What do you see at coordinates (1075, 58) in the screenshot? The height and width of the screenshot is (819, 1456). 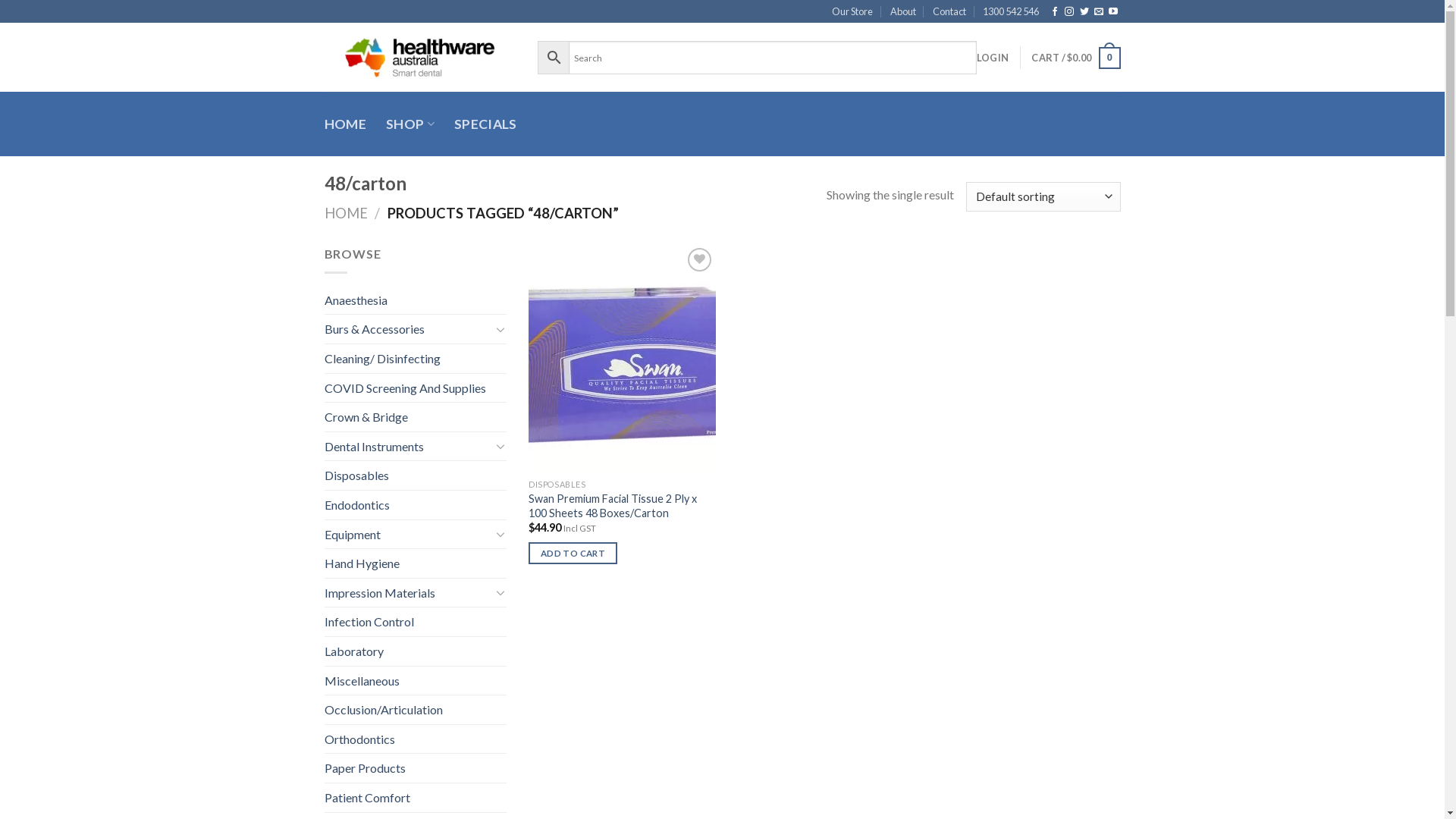 I see `'CART / $0.00` at bounding box center [1075, 58].